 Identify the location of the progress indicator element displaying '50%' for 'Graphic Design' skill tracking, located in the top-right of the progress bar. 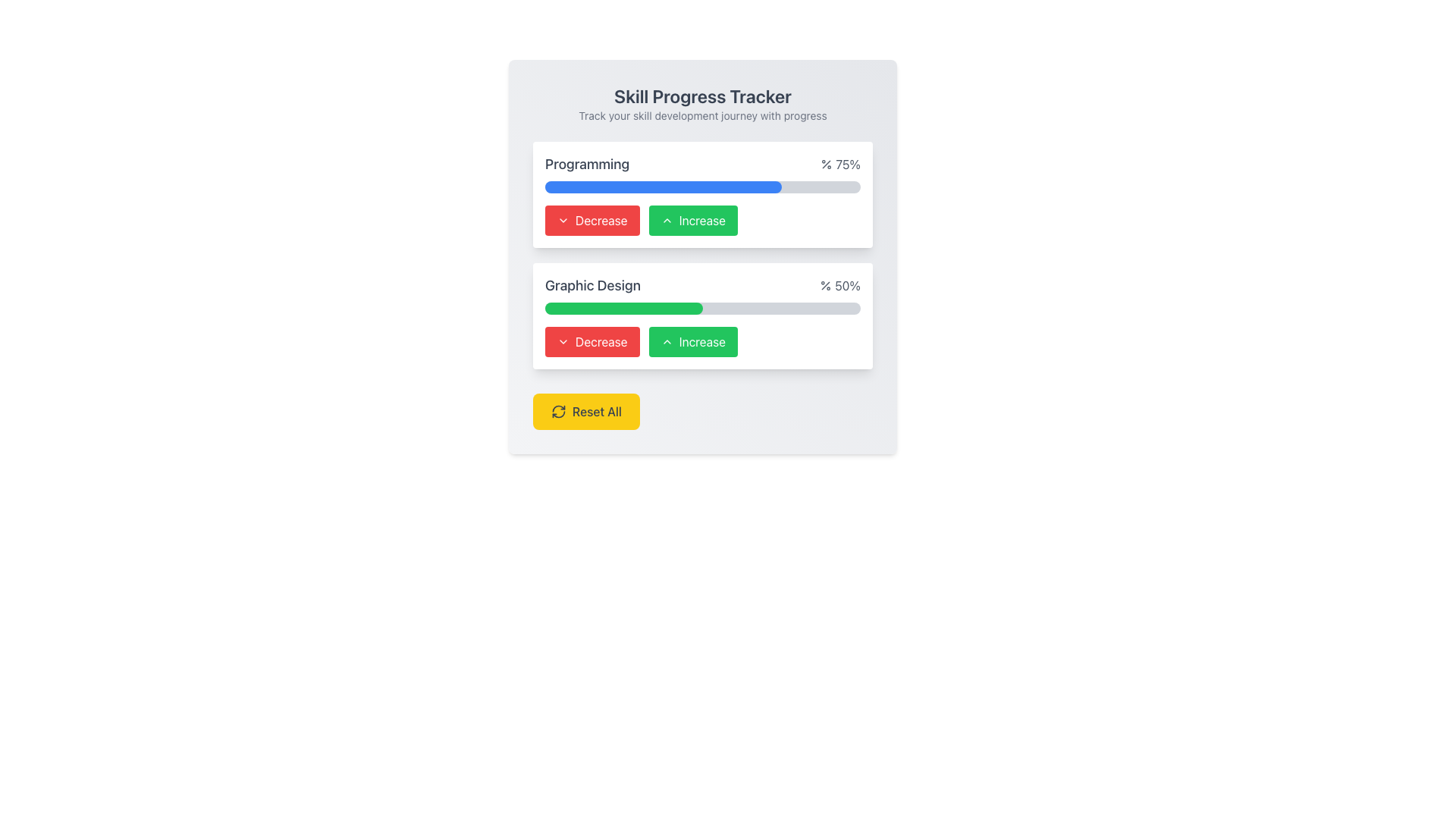
(839, 286).